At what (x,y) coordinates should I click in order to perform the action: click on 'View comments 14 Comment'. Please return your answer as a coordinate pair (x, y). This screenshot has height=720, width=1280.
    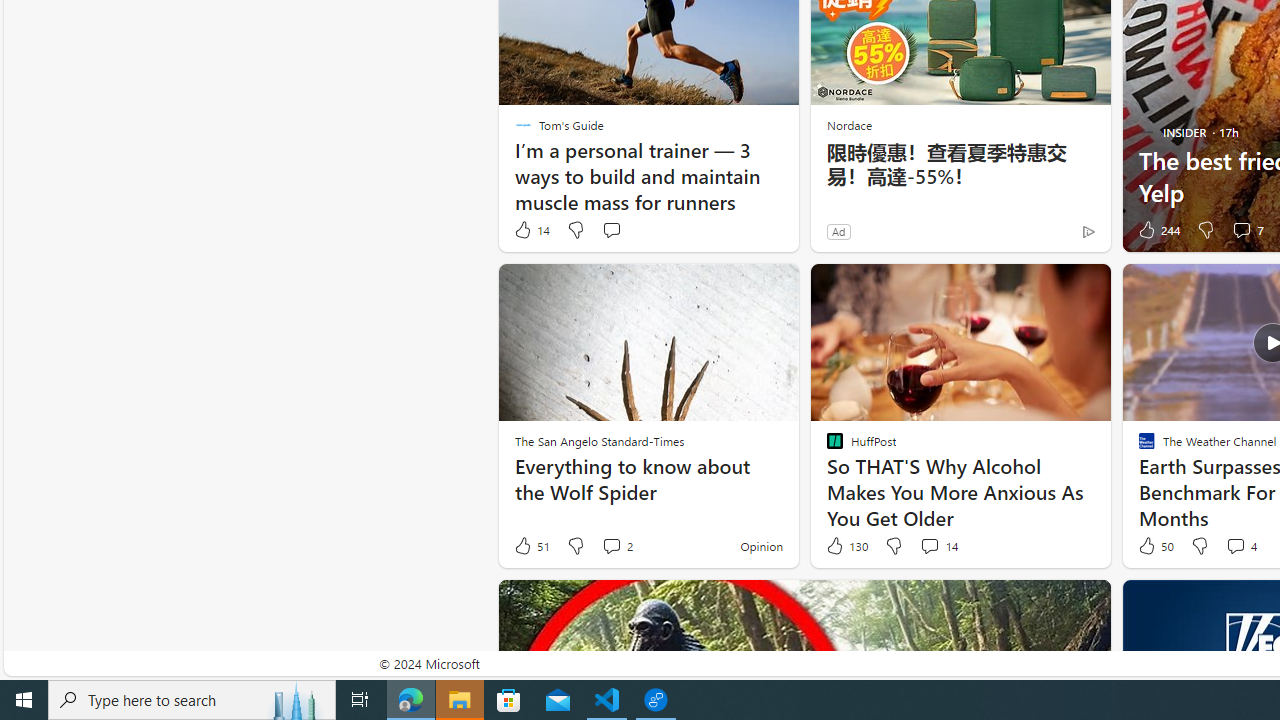
    Looking at the image, I should click on (937, 546).